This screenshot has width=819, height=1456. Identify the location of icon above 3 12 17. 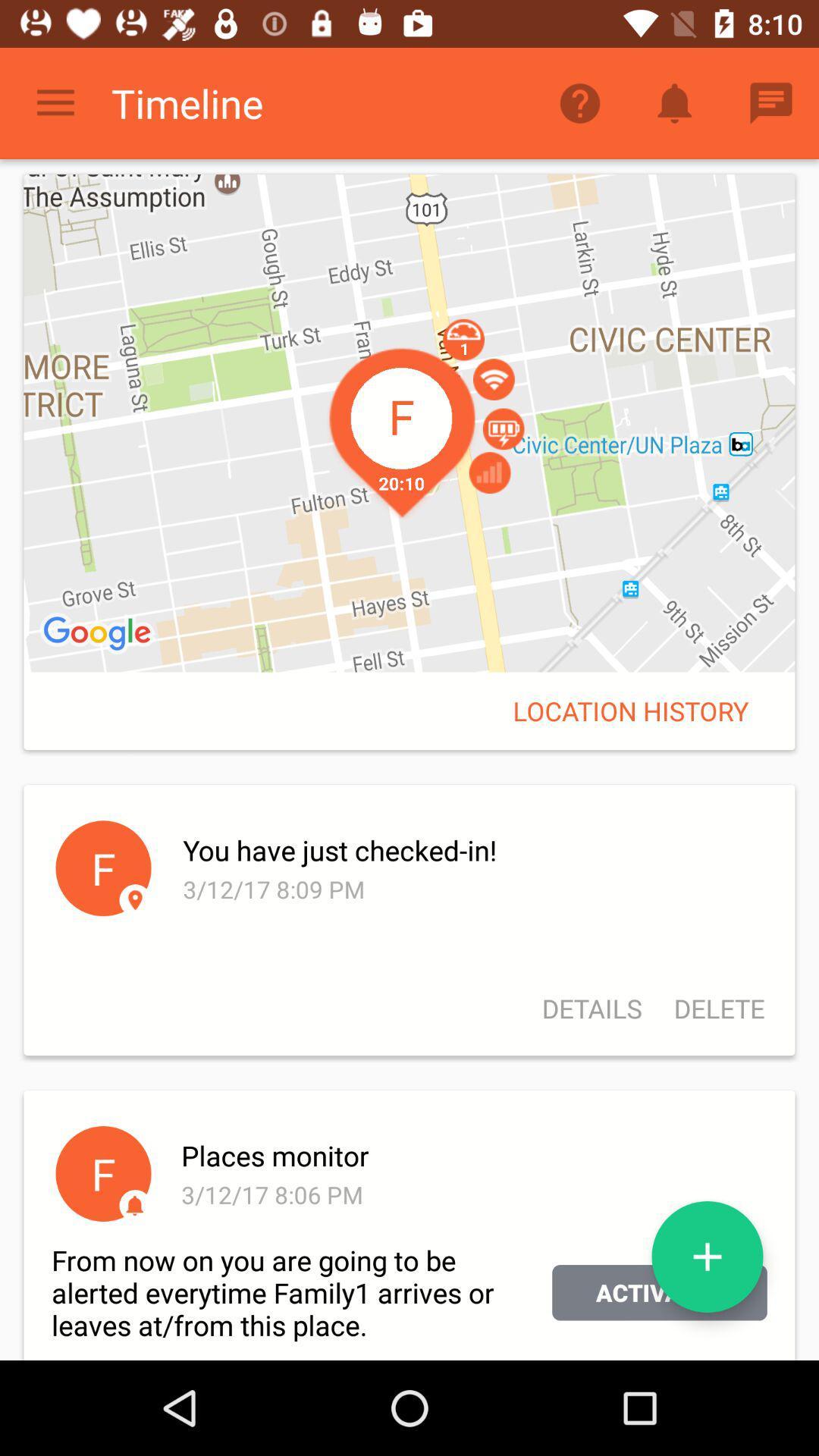
(472, 850).